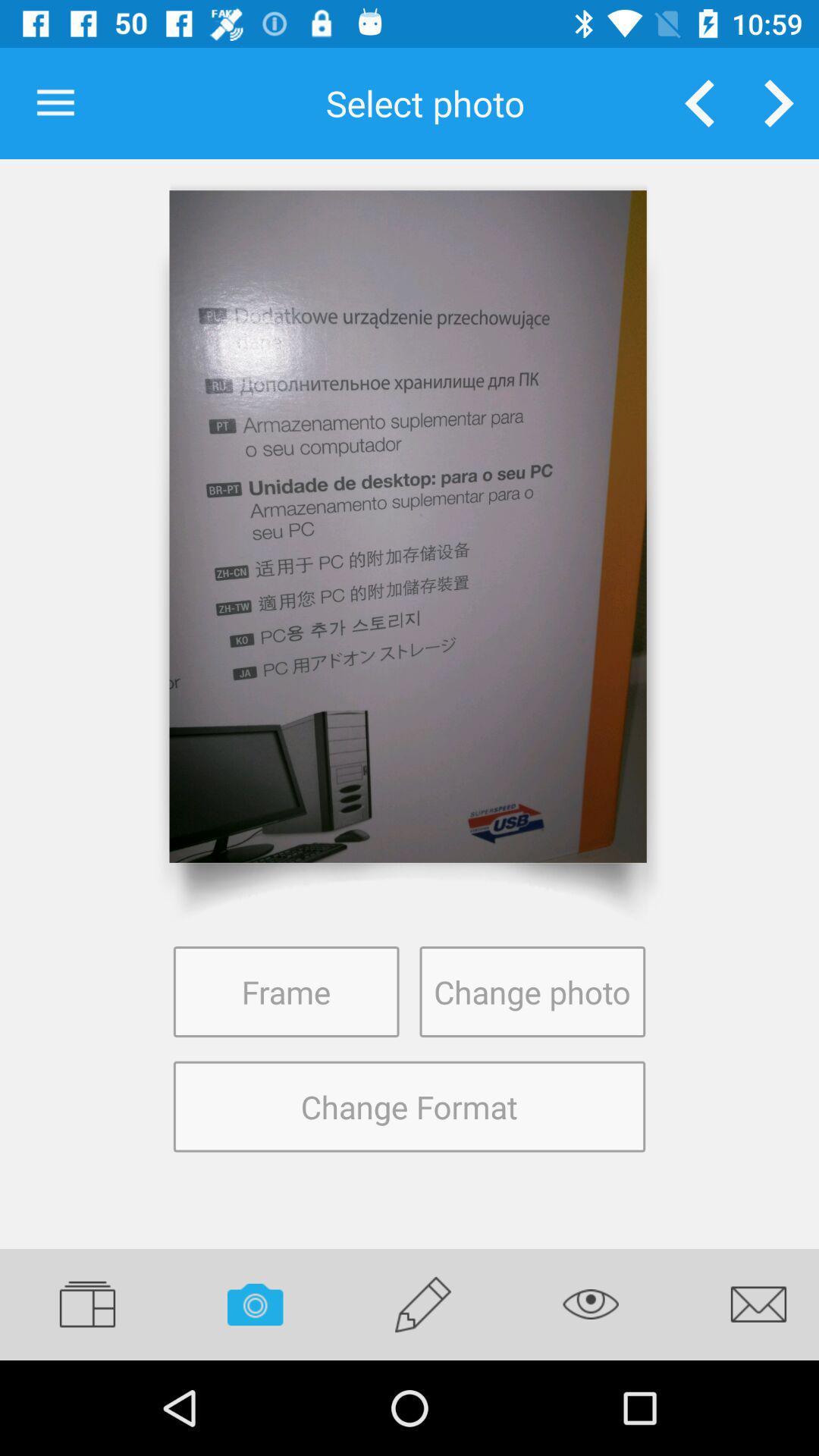 Image resolution: width=819 pixels, height=1456 pixels. I want to click on the item below the select photo icon, so click(407, 526).